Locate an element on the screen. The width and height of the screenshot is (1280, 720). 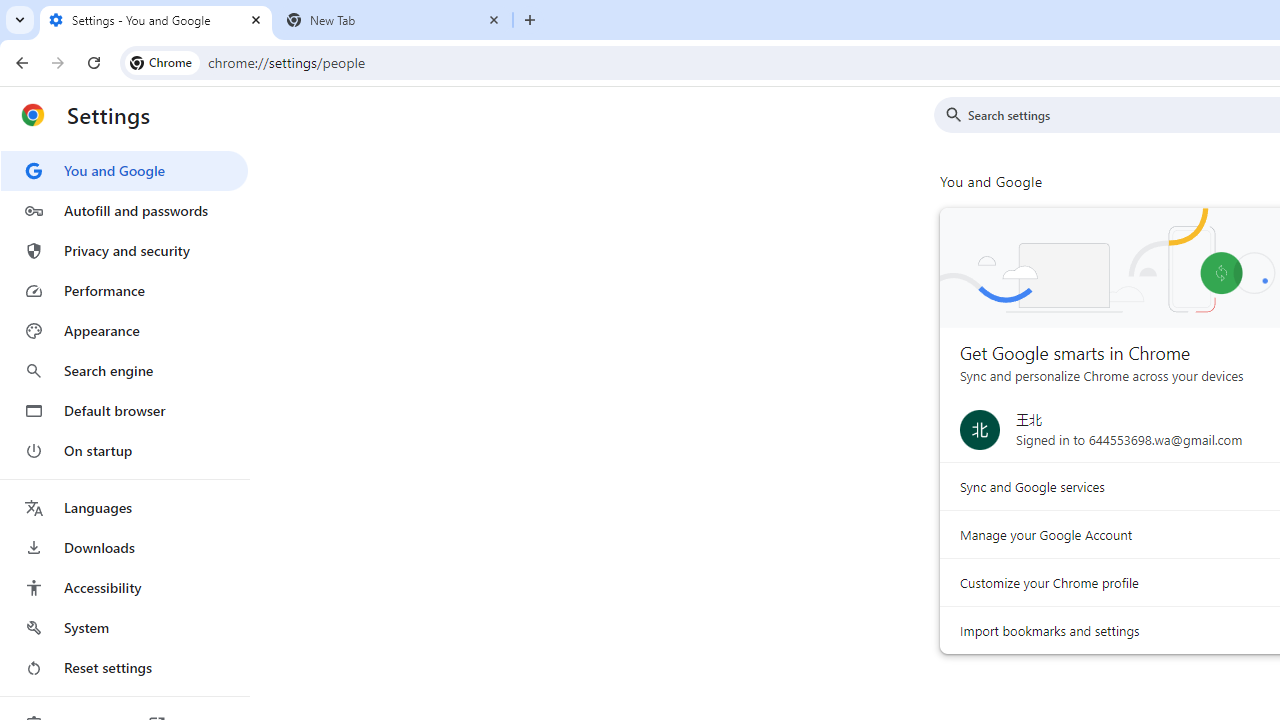
'Accessibility' is located at coordinates (123, 586).